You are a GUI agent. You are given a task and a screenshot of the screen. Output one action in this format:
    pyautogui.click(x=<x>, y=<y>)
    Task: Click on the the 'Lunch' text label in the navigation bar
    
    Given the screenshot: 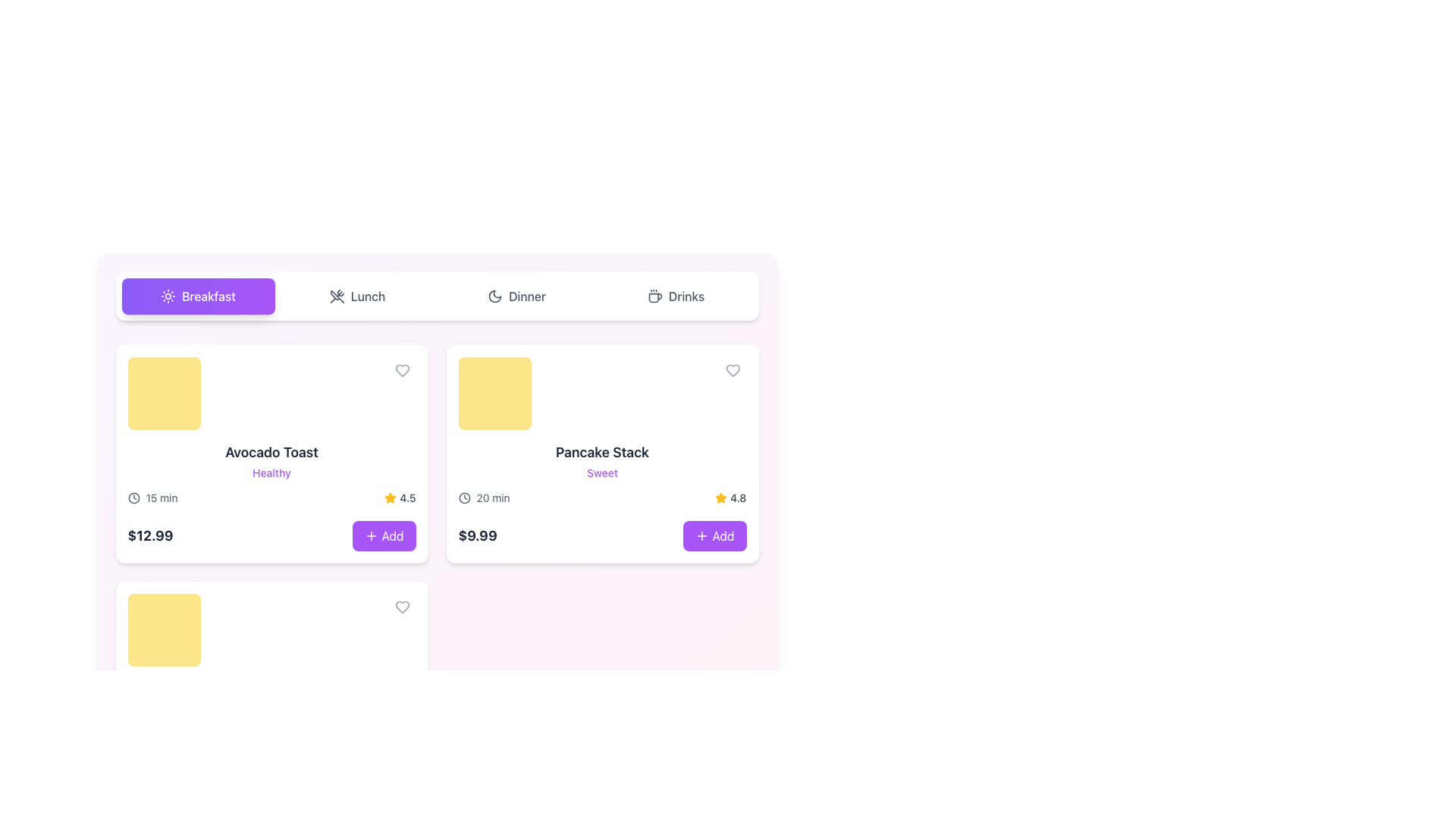 What is the action you would take?
    pyautogui.click(x=368, y=296)
    